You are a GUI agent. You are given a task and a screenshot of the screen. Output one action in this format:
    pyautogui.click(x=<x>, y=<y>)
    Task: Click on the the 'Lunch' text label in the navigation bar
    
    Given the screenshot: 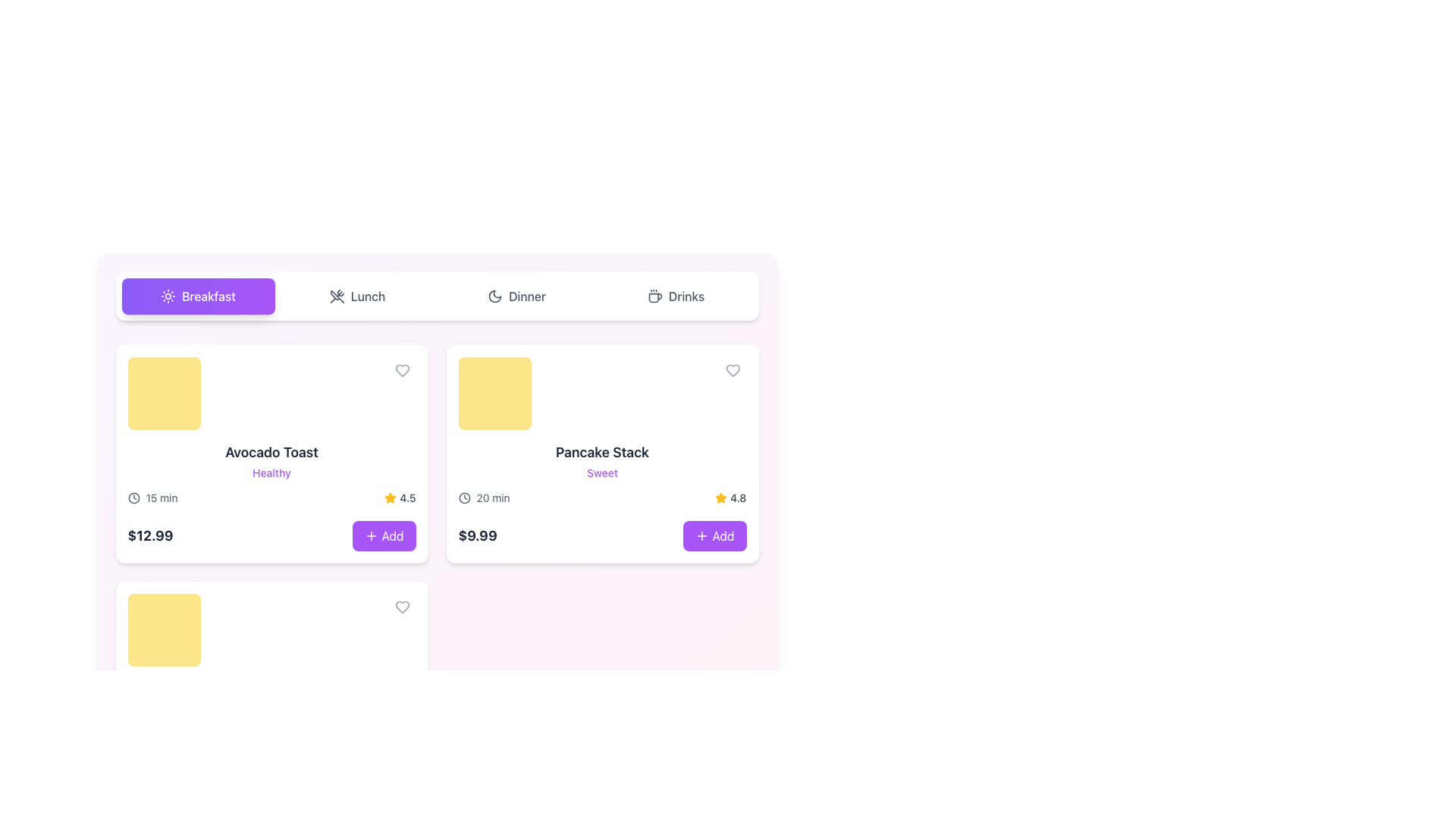 What is the action you would take?
    pyautogui.click(x=368, y=296)
    